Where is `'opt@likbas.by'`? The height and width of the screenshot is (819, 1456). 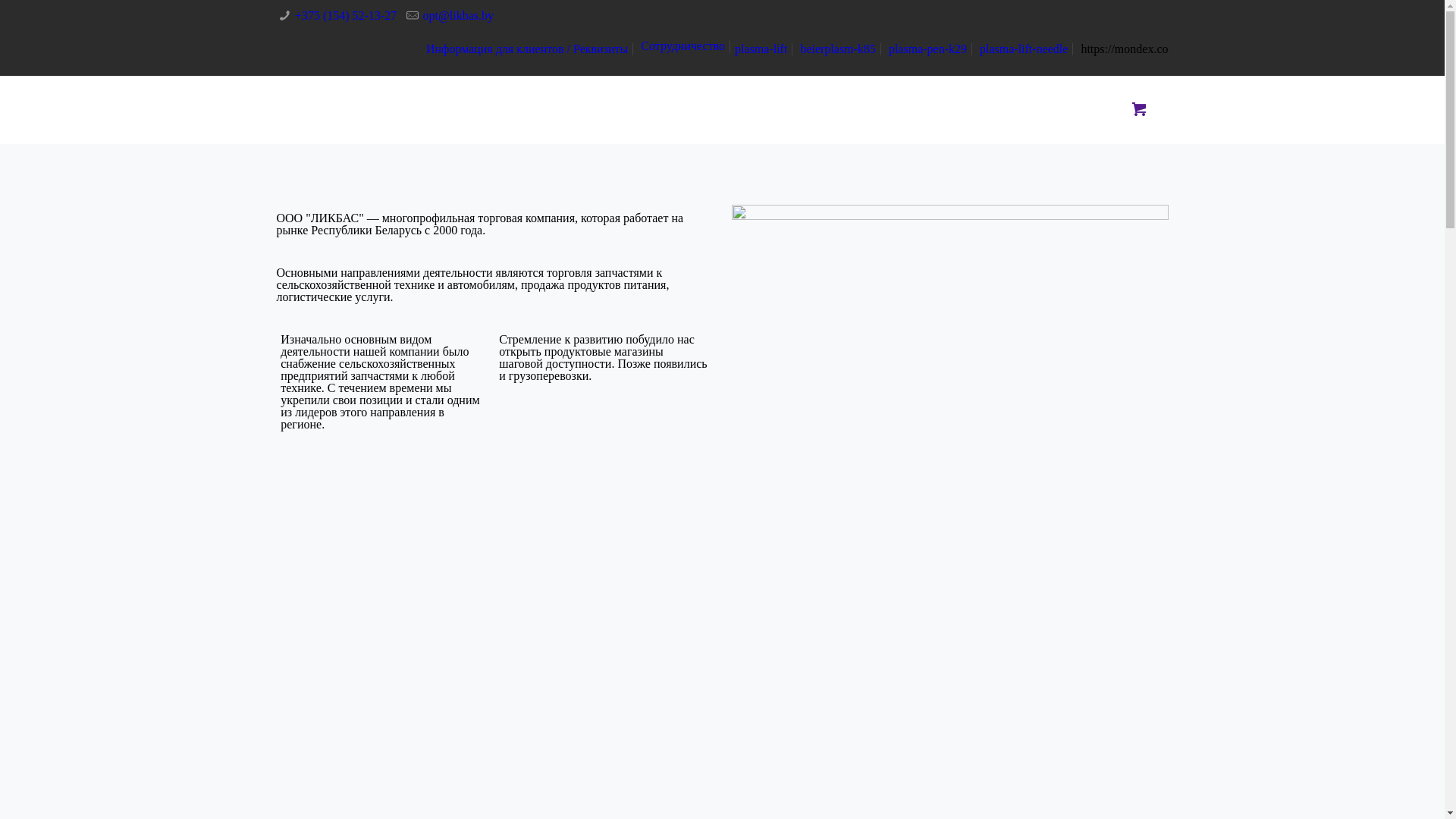 'opt@likbas.by' is located at coordinates (422, 15).